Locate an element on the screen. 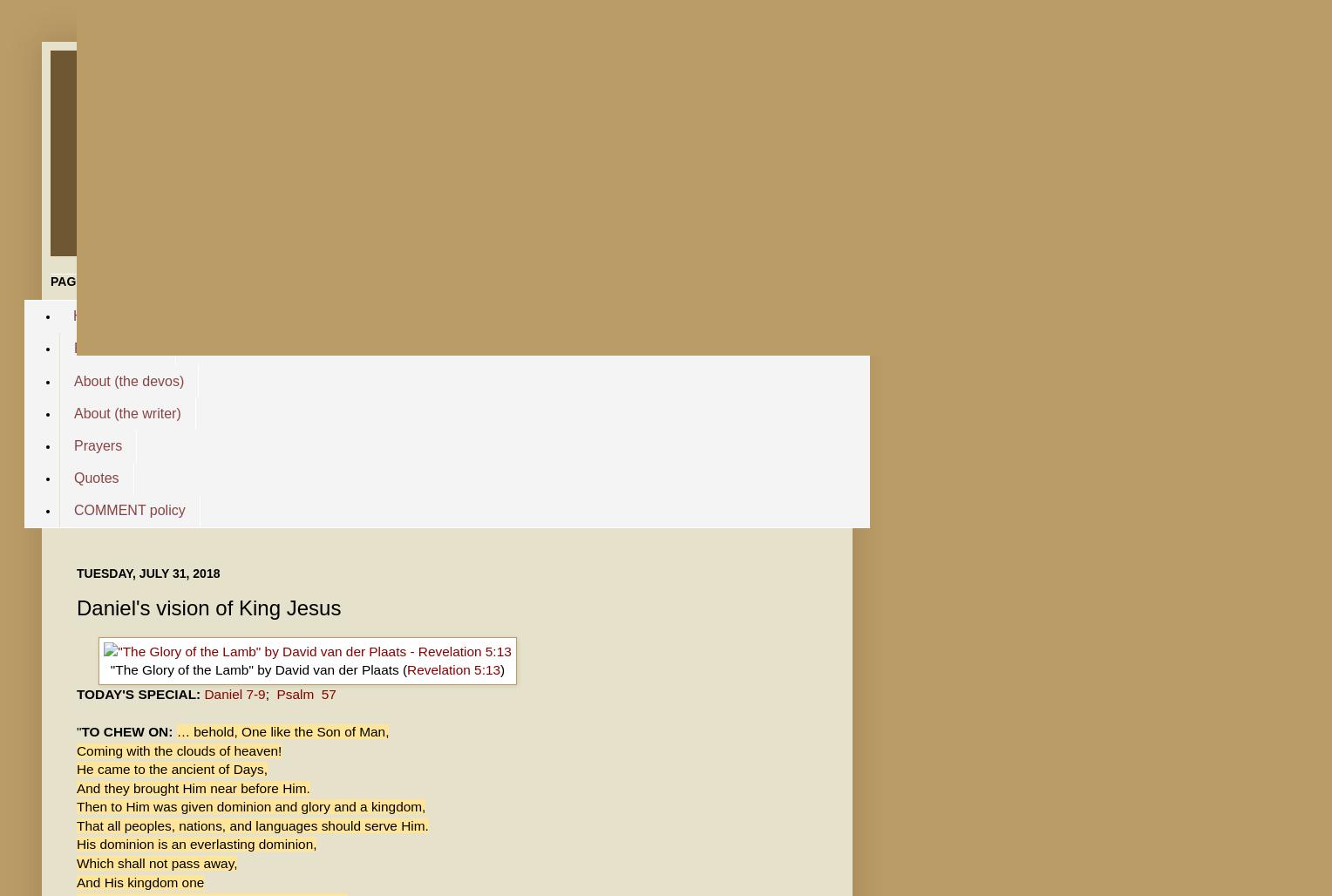 This screenshot has width=1332, height=896. 'TO CHEW ON:' is located at coordinates (128, 730).